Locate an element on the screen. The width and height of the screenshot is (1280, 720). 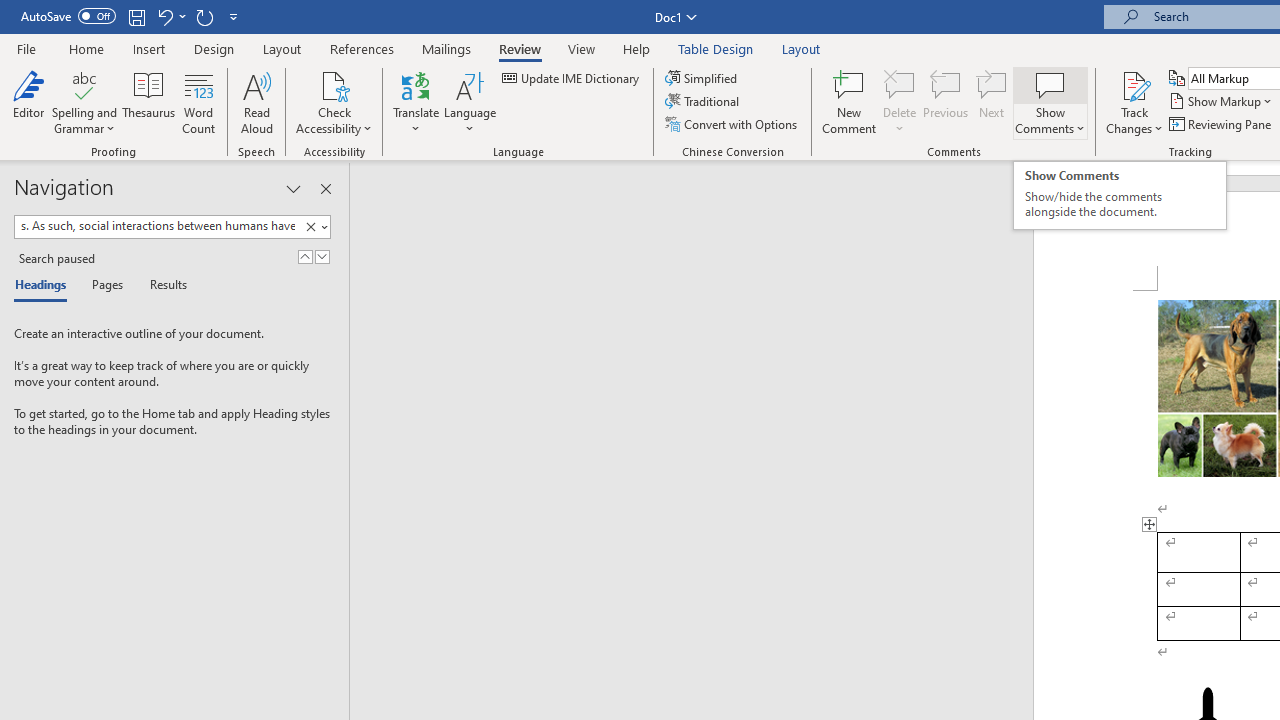
'Pages' is located at coordinates (104, 286).